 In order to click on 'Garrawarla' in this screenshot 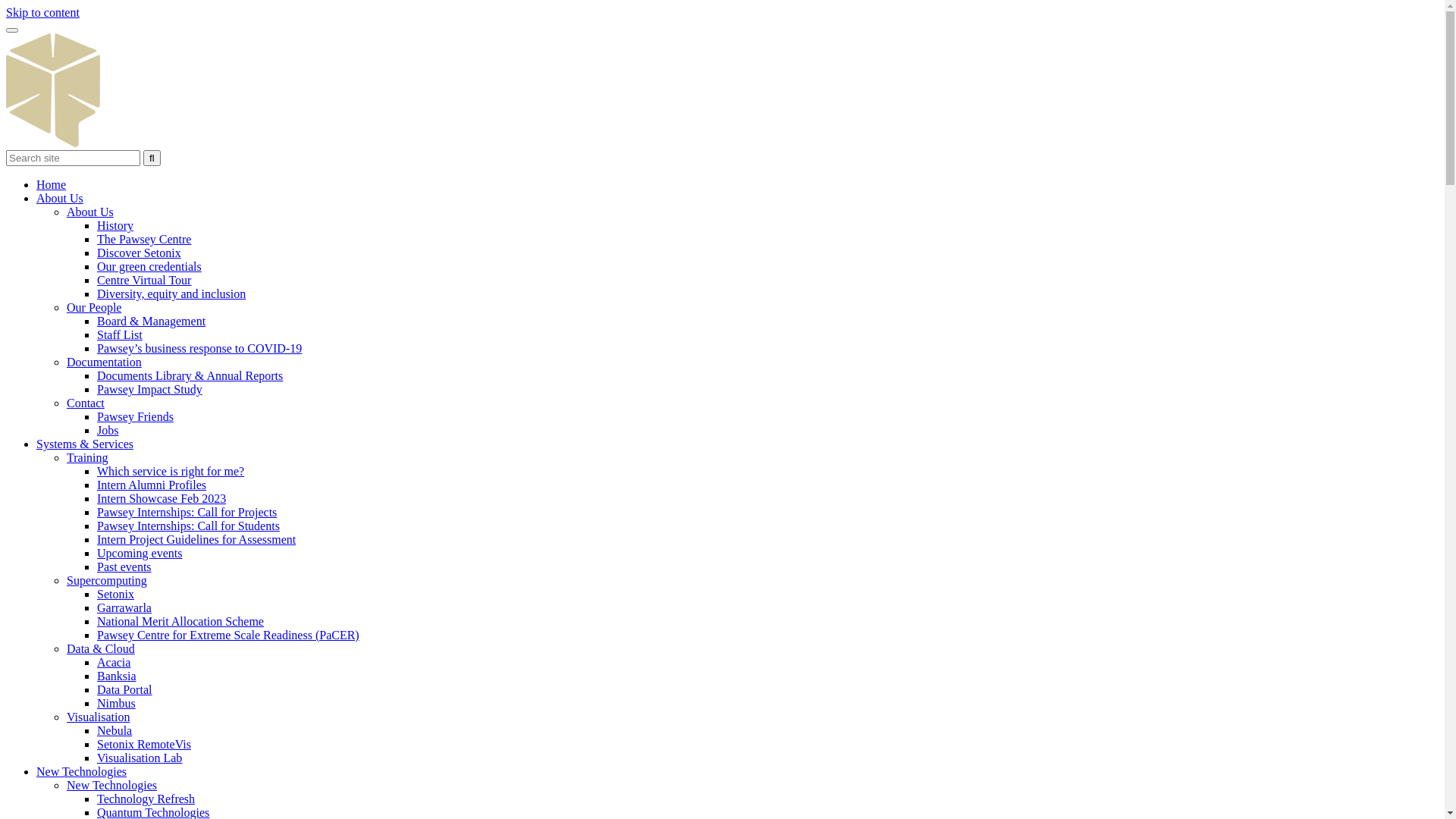, I will do `click(124, 607)`.